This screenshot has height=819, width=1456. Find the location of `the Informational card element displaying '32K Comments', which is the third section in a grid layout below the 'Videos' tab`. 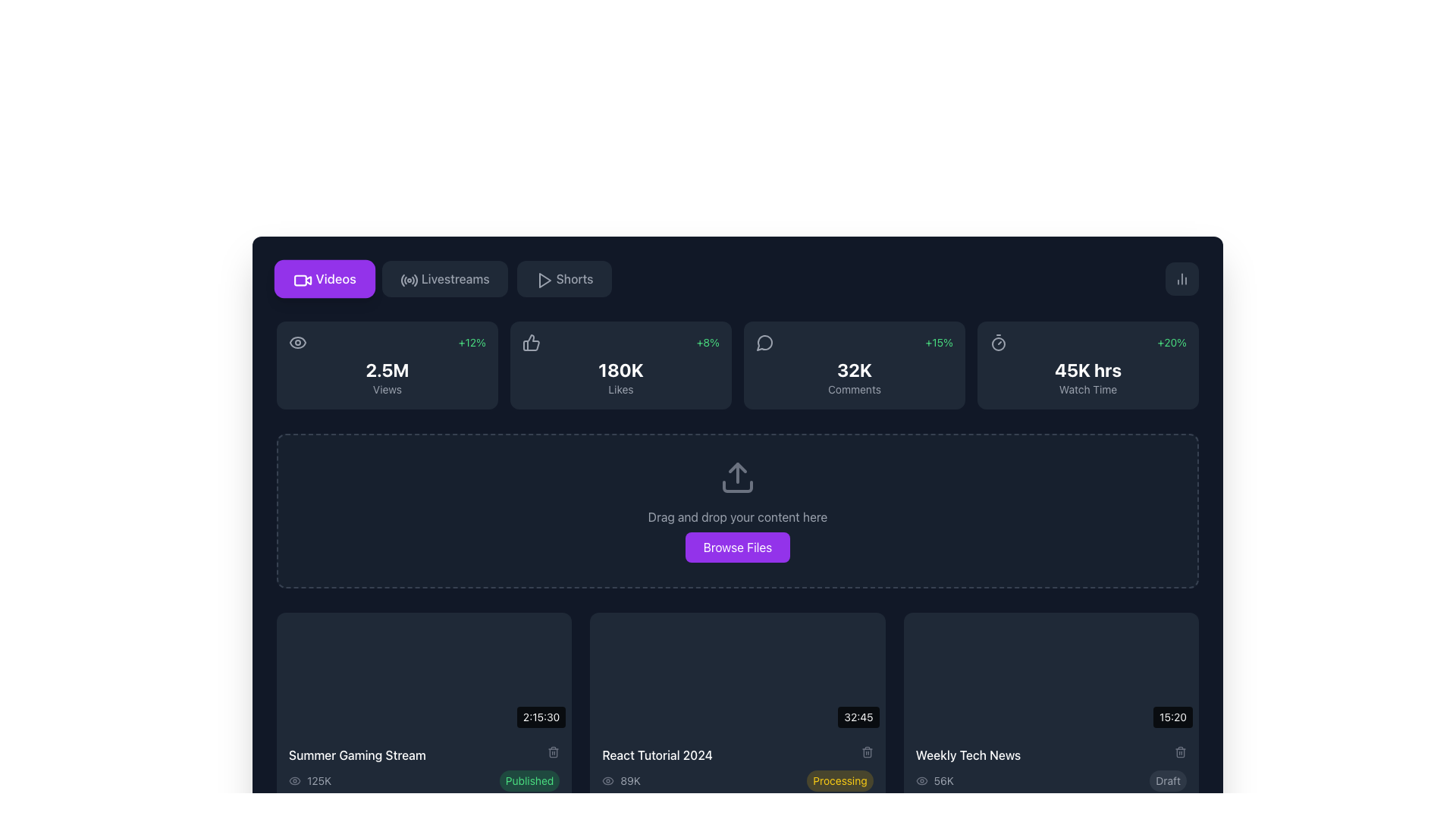

the Informational card element displaying '32K Comments', which is the third section in a grid layout below the 'Videos' tab is located at coordinates (855, 366).